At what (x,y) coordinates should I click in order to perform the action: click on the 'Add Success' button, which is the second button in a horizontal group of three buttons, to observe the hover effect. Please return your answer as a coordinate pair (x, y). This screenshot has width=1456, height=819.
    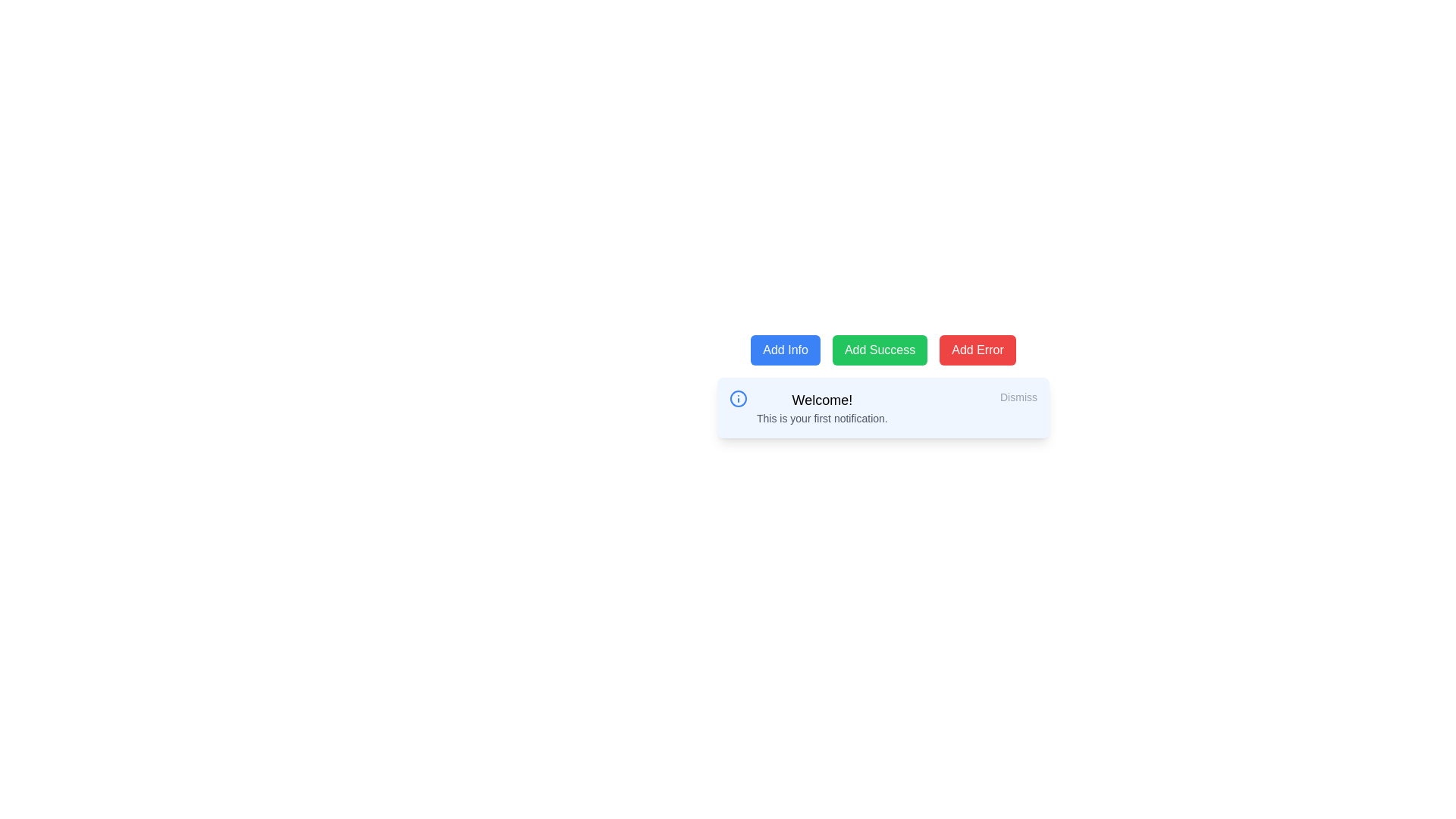
    Looking at the image, I should click on (880, 350).